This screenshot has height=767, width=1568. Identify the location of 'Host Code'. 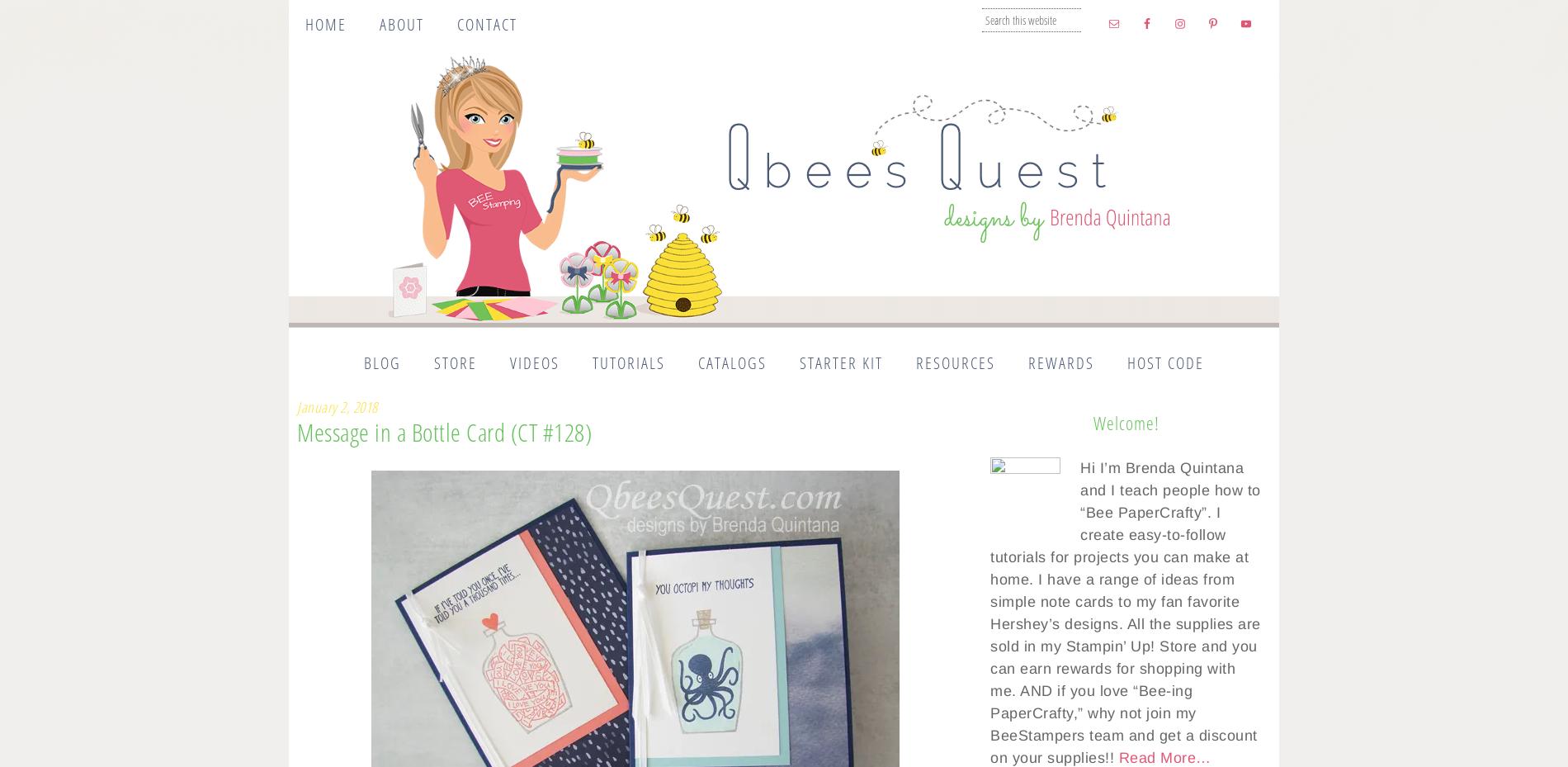
(1164, 362).